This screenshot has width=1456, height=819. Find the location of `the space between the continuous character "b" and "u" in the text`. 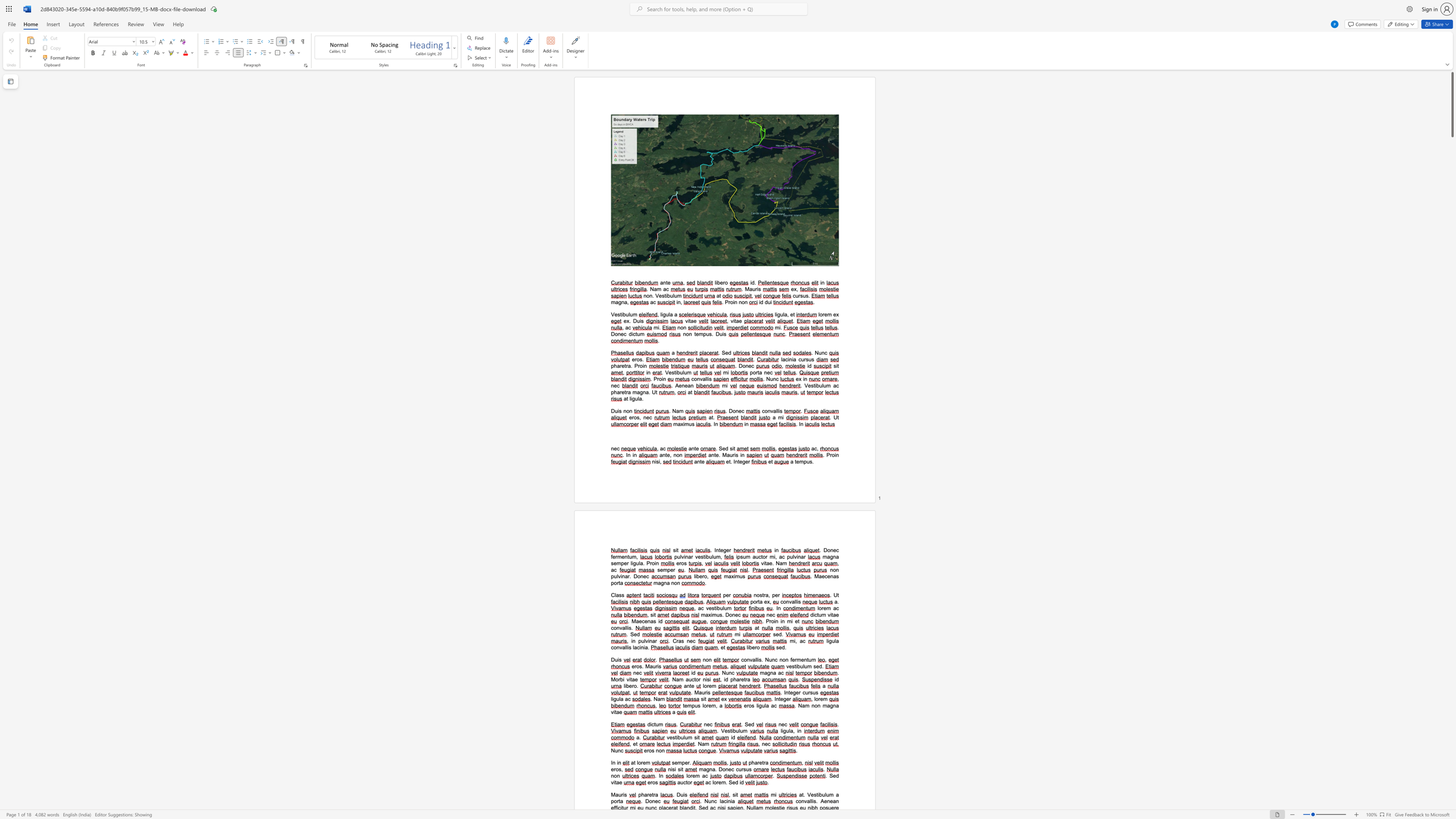

the space between the continuous character "b" and "u" in the text is located at coordinates (735, 731).